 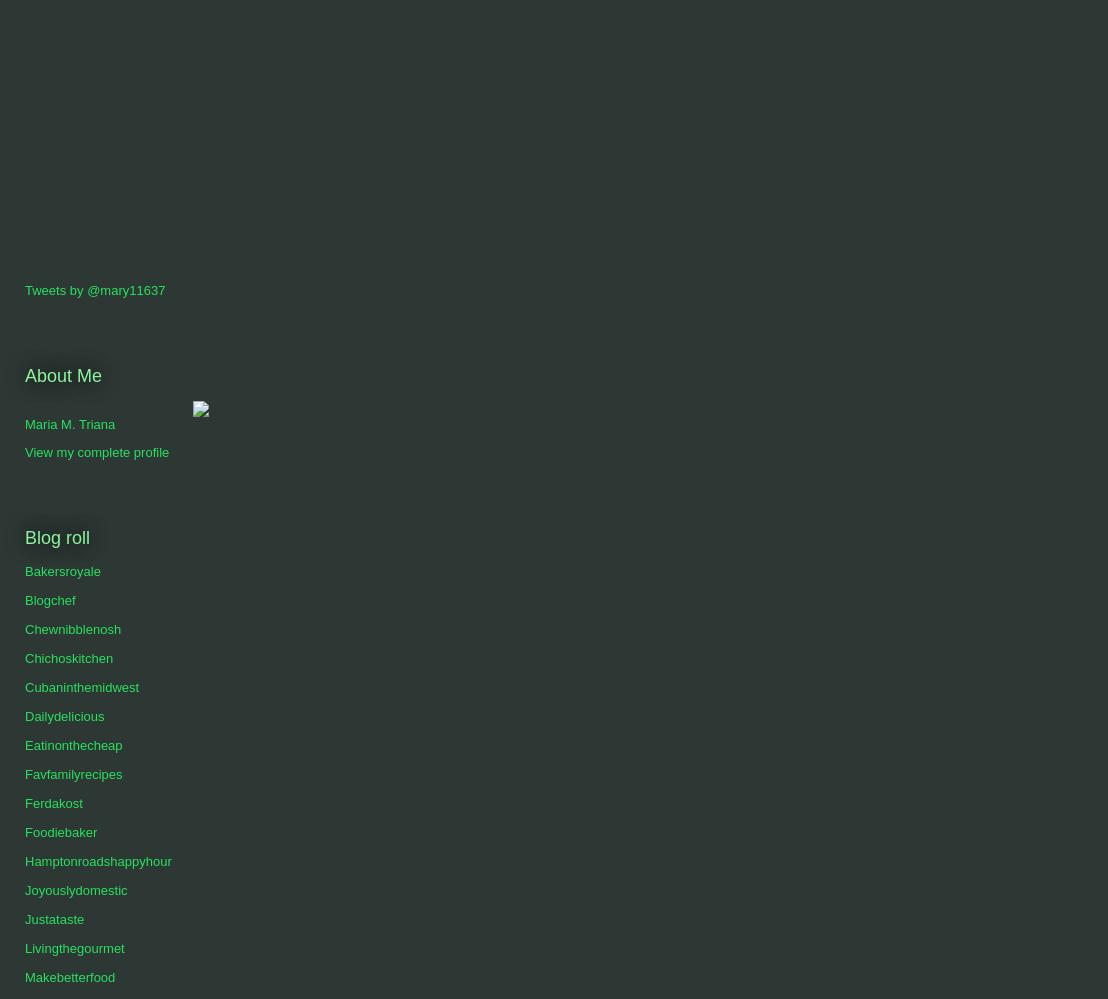 What do you see at coordinates (25, 571) in the screenshot?
I see `'Bakersroyale'` at bounding box center [25, 571].